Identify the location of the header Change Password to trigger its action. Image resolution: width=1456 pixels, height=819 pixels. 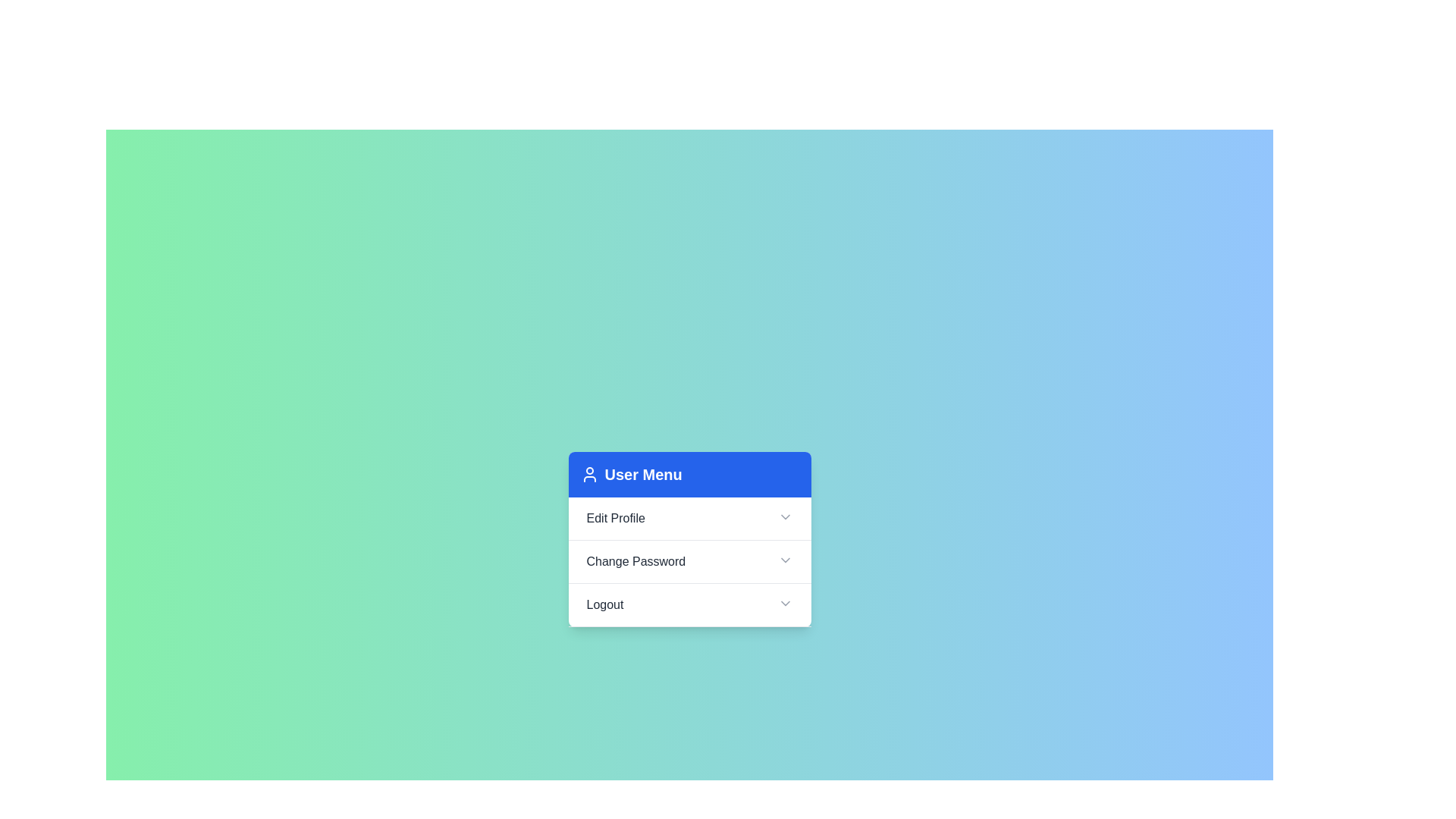
(689, 561).